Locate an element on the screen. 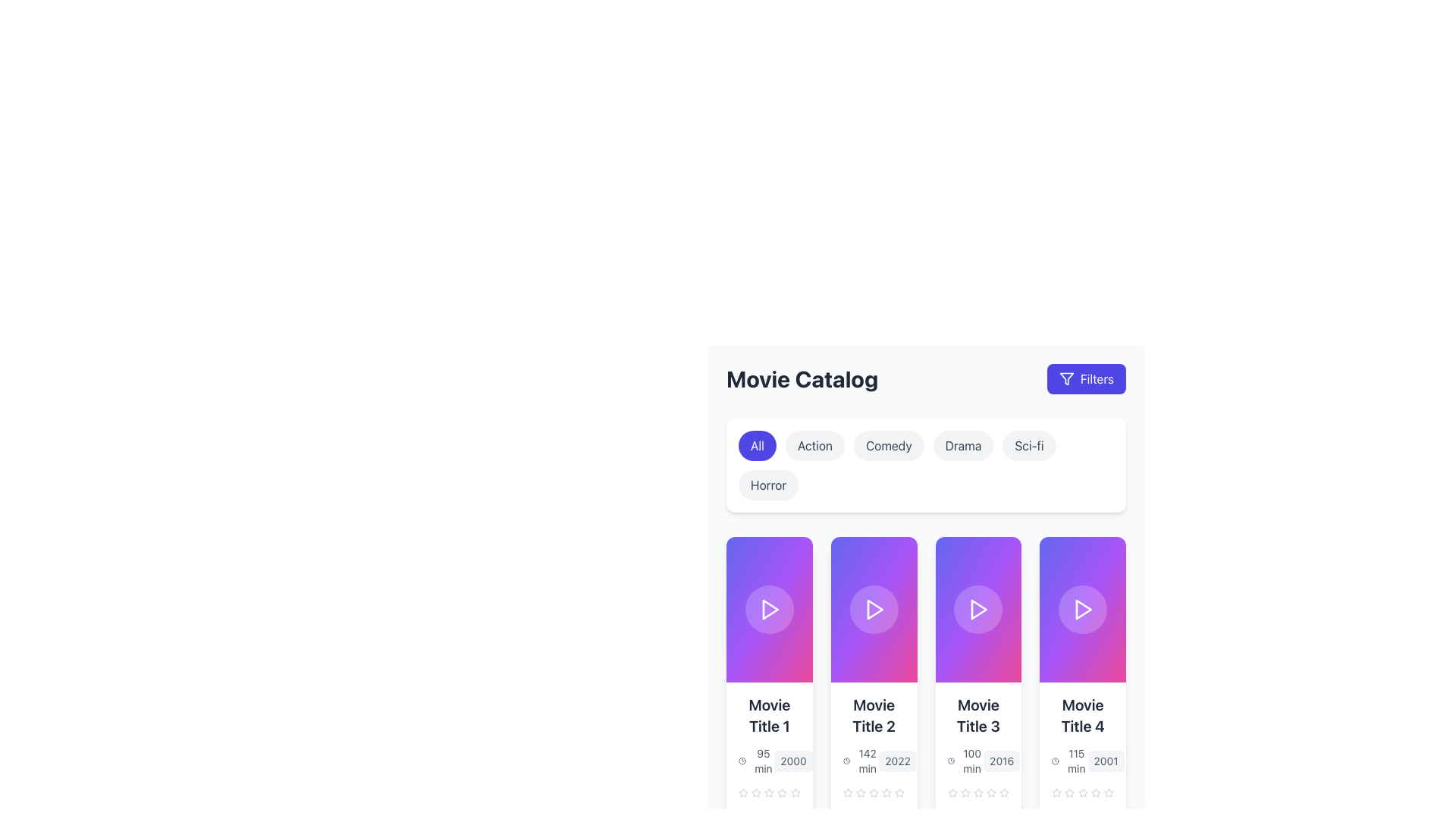 This screenshot has width=1456, height=819. the first interactive star icon in the rating system below 'Movie Title 3' to rate the movie with 1 star is located at coordinates (952, 792).